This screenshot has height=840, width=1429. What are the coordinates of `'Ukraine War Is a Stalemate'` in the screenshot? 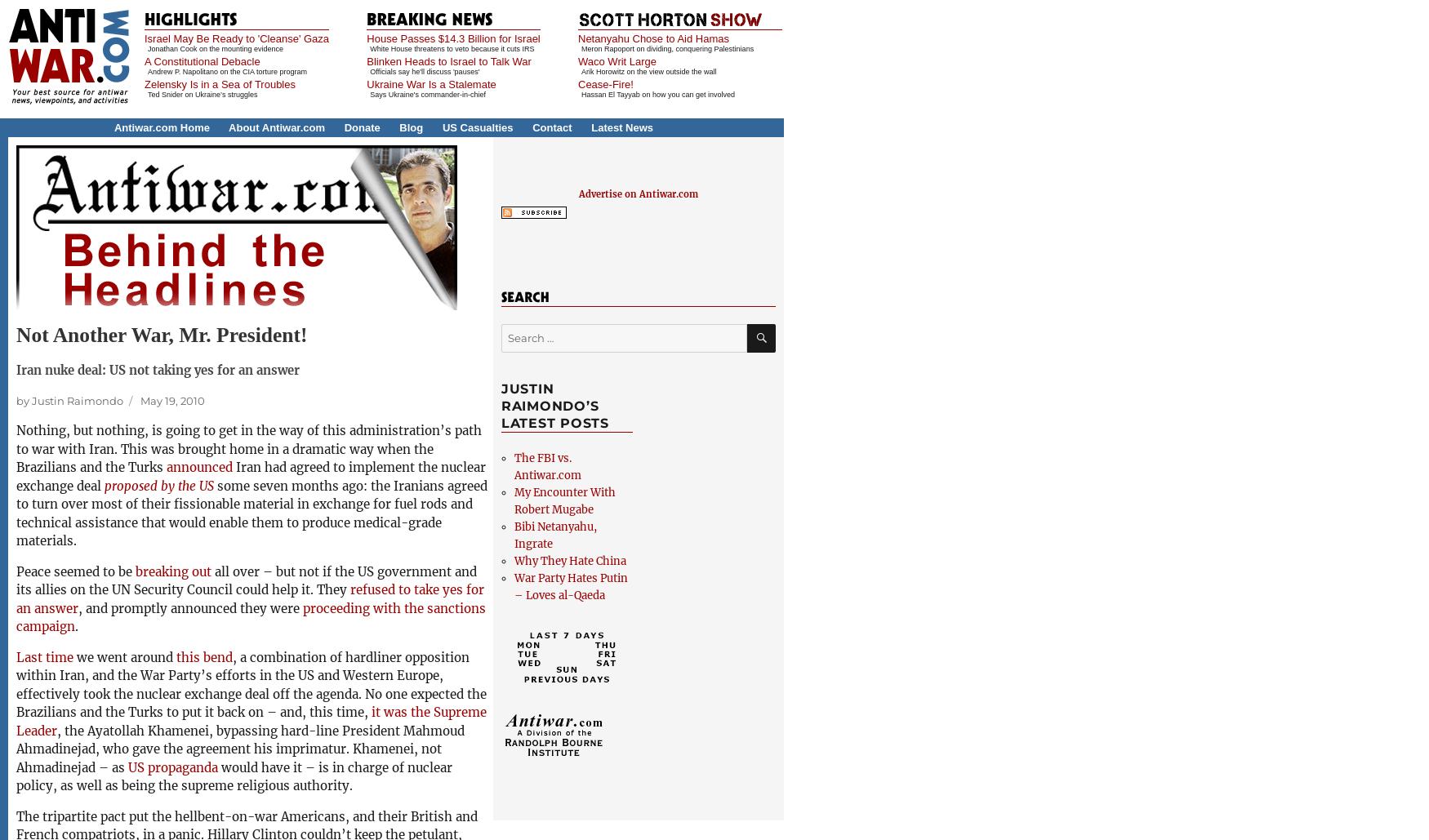 It's located at (430, 83).